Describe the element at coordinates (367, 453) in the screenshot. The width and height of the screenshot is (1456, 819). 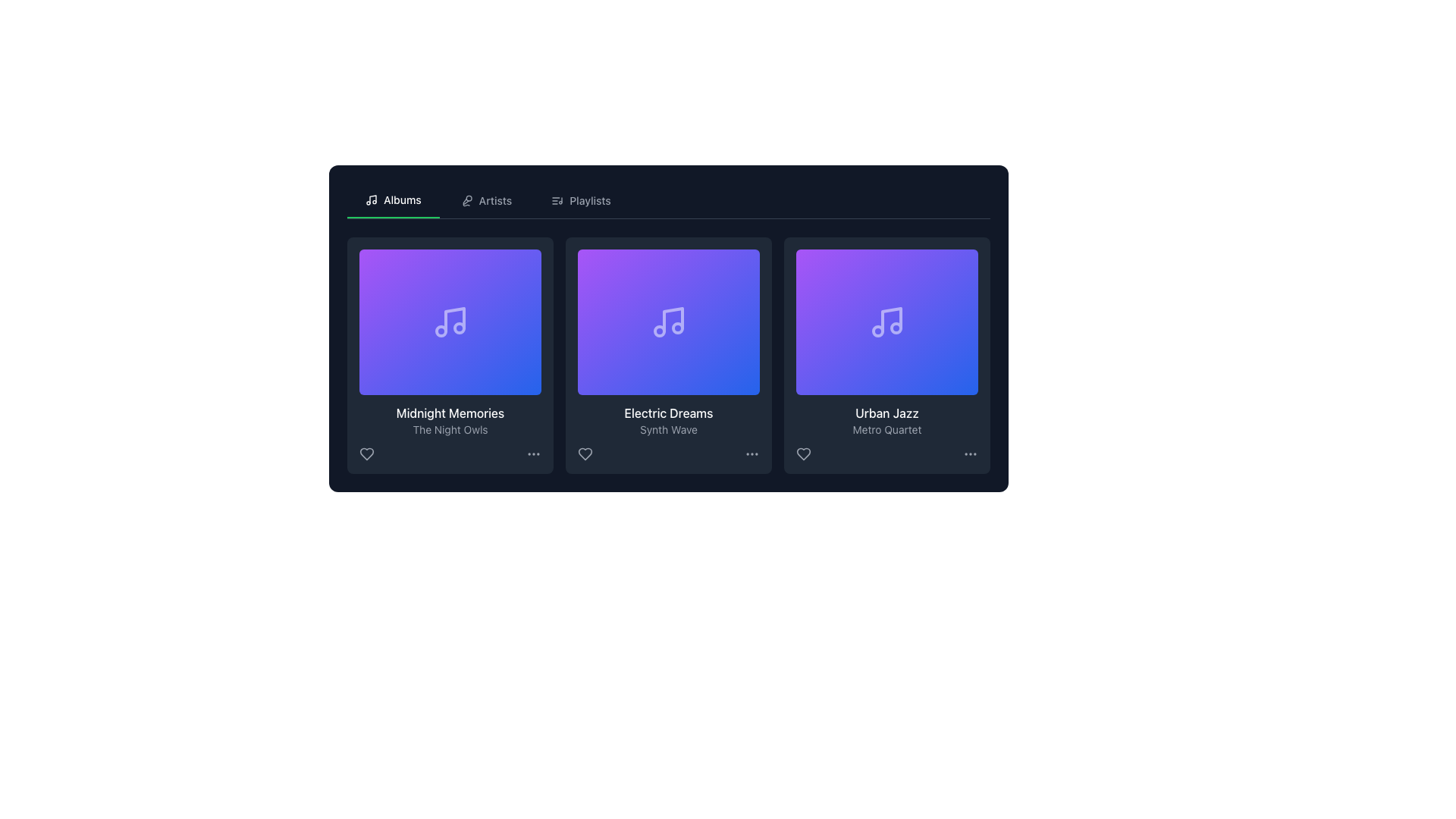
I see `the heart icon at the bottom-left of the 'Midnight Memories' album card` at that location.